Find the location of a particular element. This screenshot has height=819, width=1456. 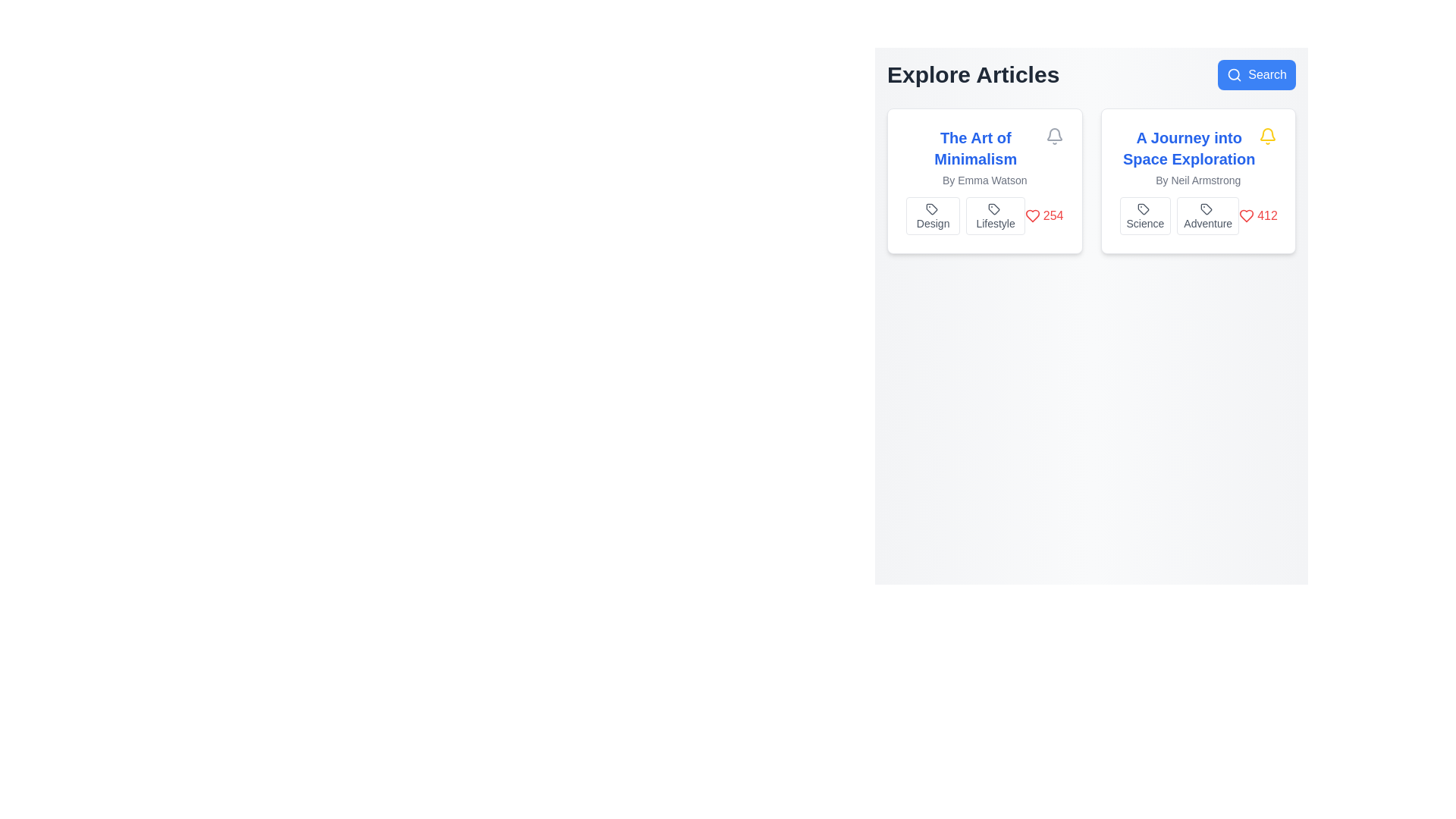

the tag group located beneath the article titled 'The Art of Minimalism' to filter content by category is located at coordinates (965, 216).